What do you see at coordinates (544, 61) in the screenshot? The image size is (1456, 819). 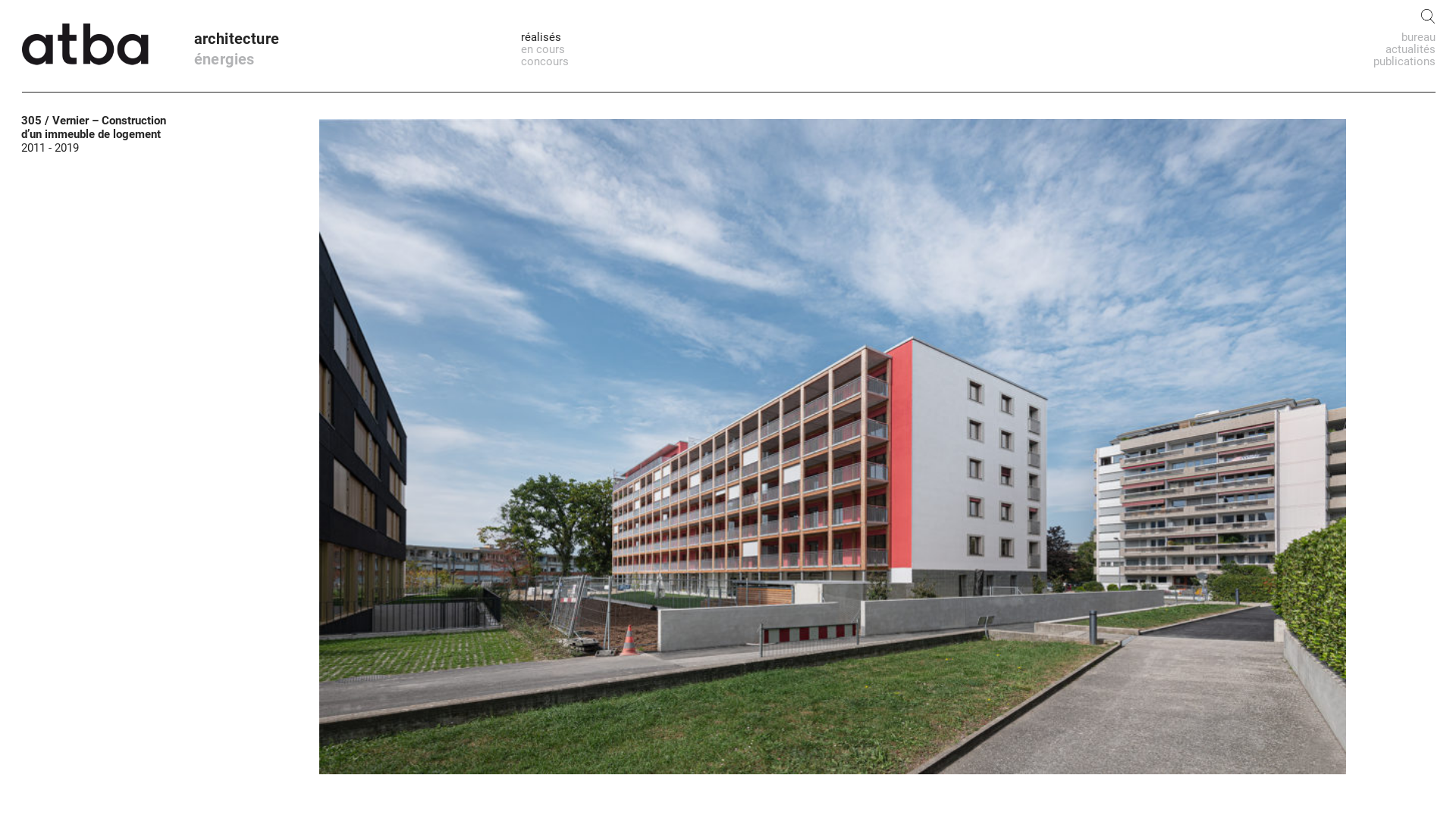 I see `'concours'` at bounding box center [544, 61].